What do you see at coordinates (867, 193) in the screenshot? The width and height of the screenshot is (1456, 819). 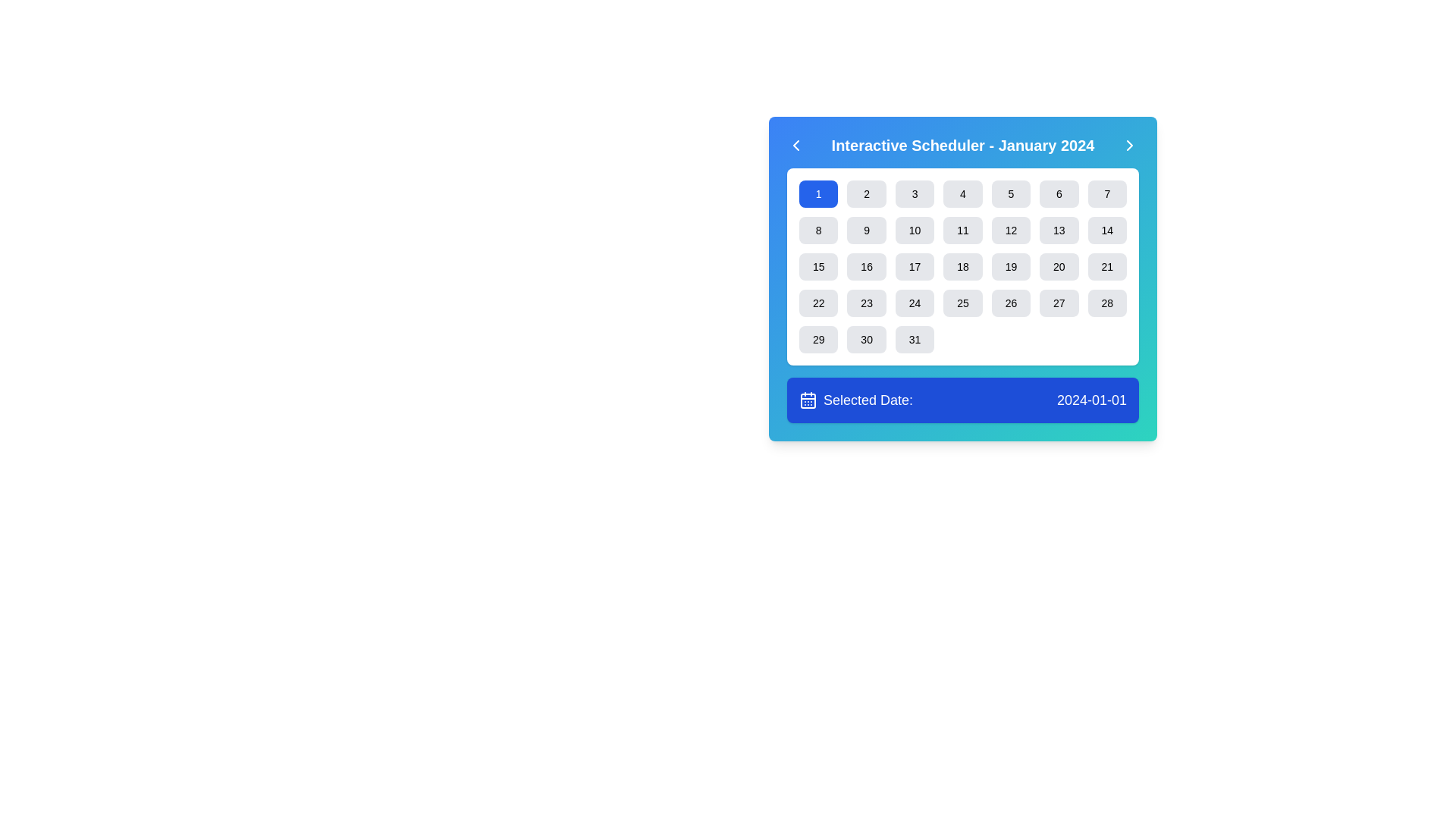 I see `the second button in the topmost row of the calendar interface` at bounding box center [867, 193].